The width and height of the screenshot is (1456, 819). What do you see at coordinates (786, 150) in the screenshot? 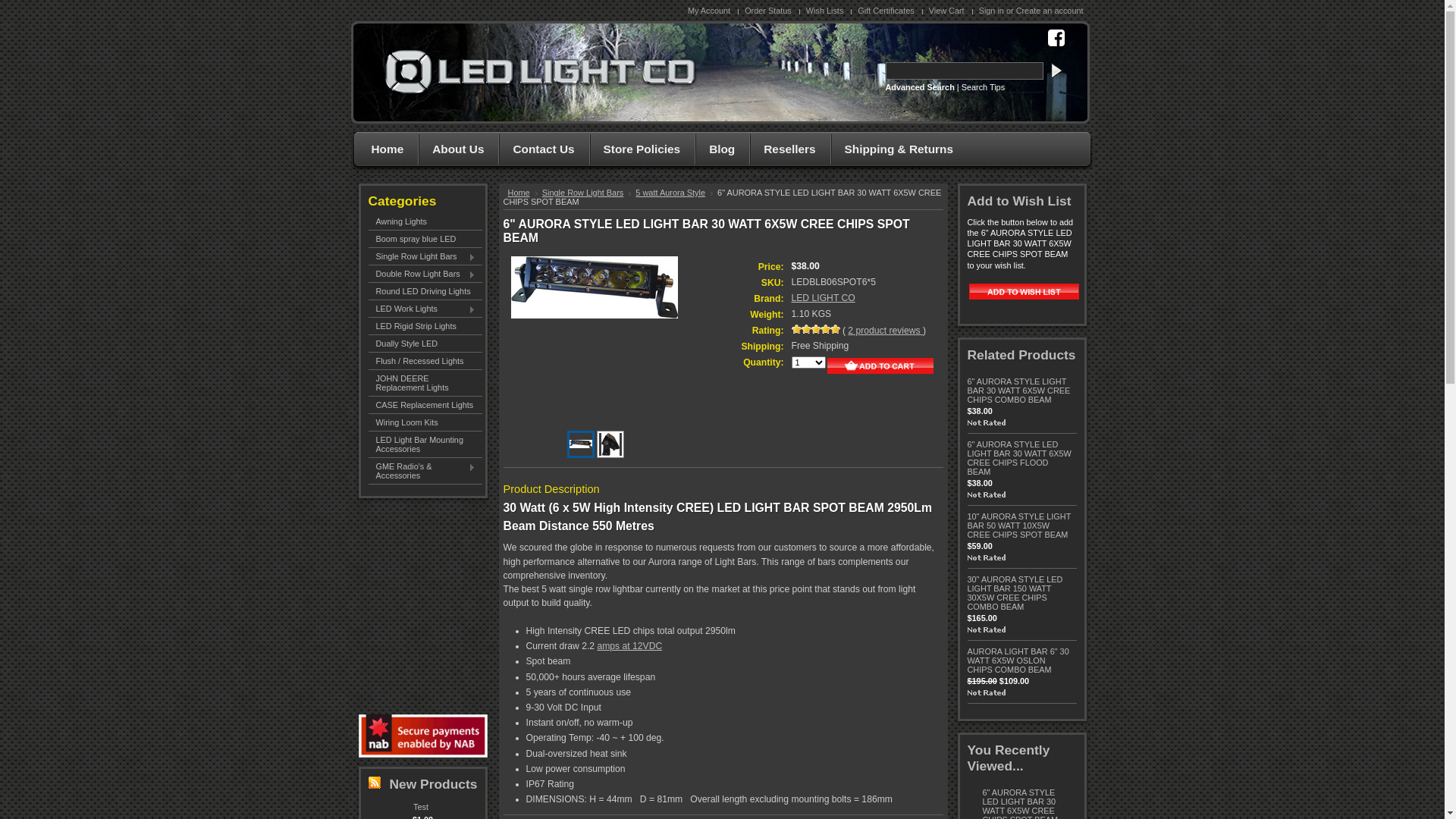
I see `'Resellers'` at bounding box center [786, 150].